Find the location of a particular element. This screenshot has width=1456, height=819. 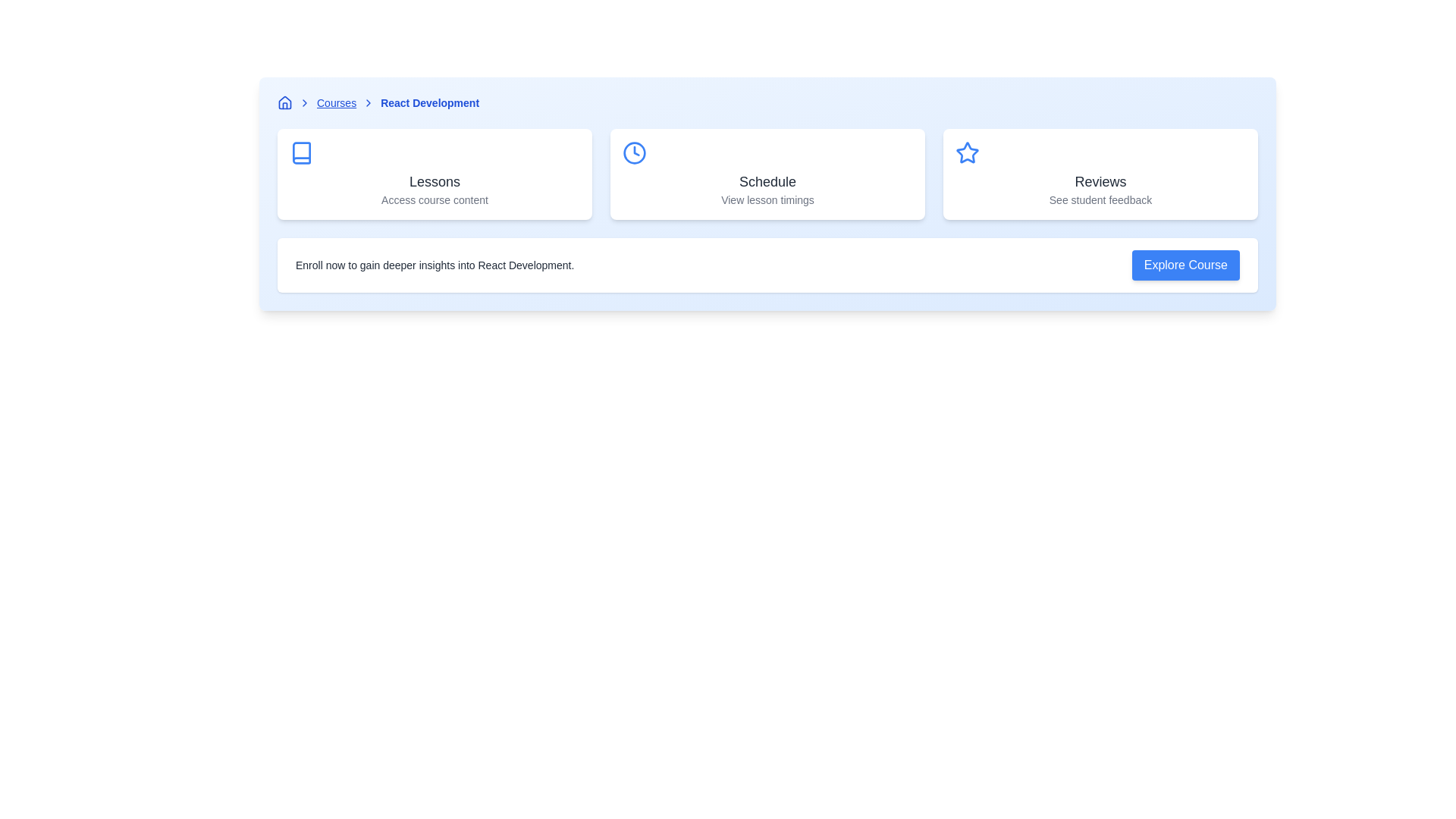

the SVG clock icon located at the top left corner of the 'Schedule' card for accessibility interactions is located at coordinates (634, 152).